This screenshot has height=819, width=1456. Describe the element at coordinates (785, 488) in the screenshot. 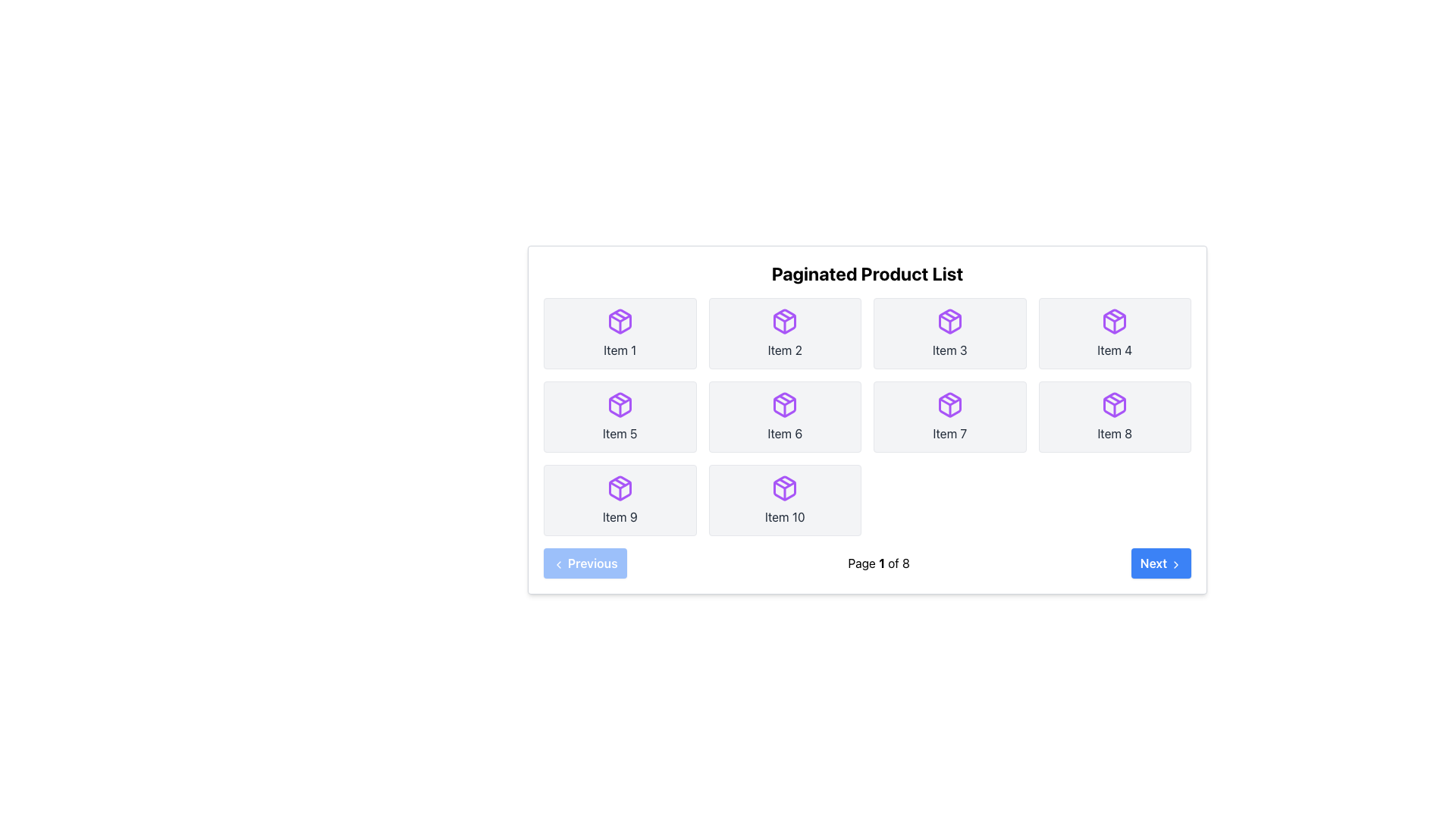

I see `the purple package icon located in the bottom-right corner of the 3x4 grid within the card labeled 'Item 10' to interact with it` at that location.